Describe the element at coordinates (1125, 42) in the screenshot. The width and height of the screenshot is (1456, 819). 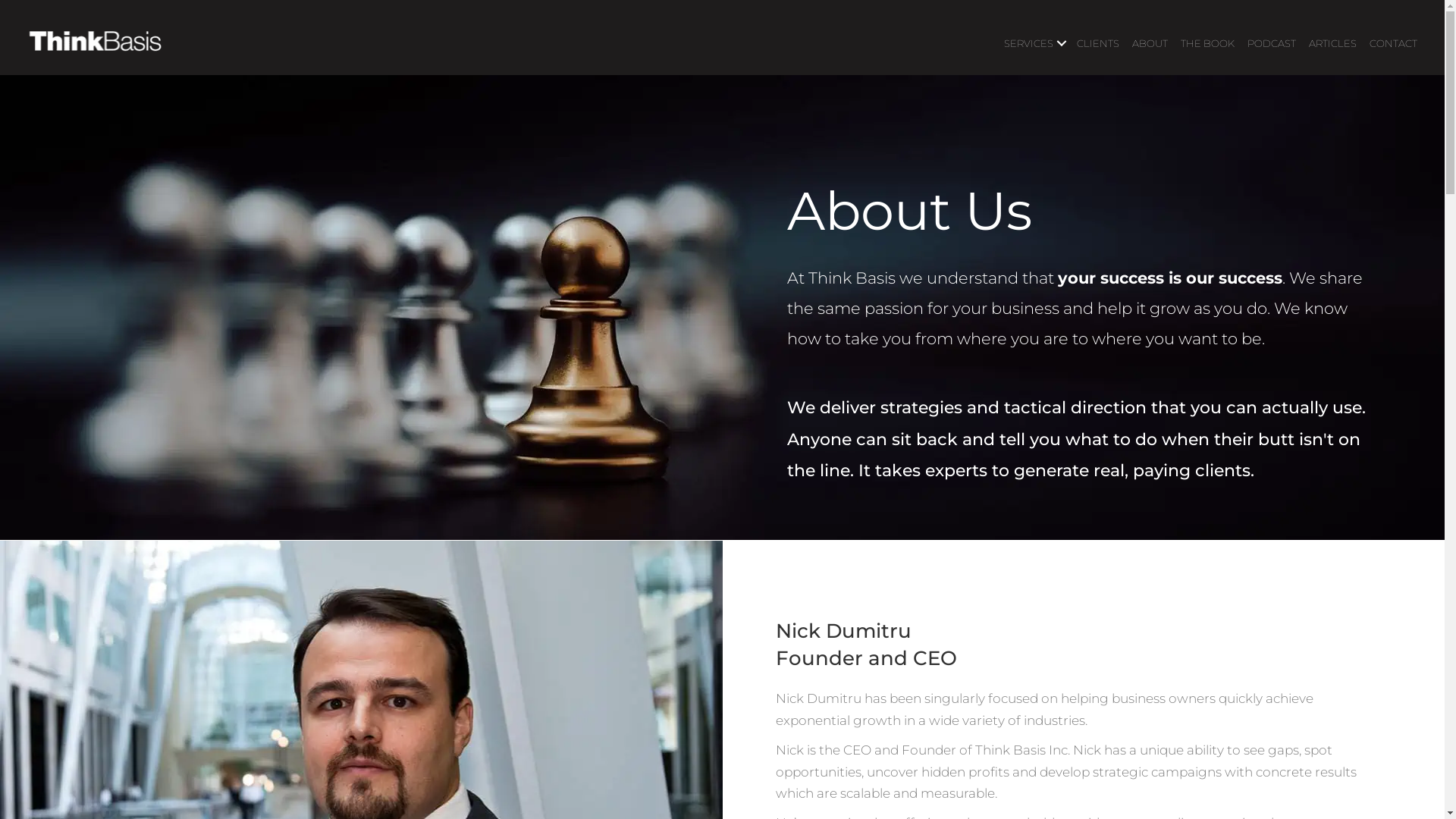
I see `'ABOUT'` at that location.